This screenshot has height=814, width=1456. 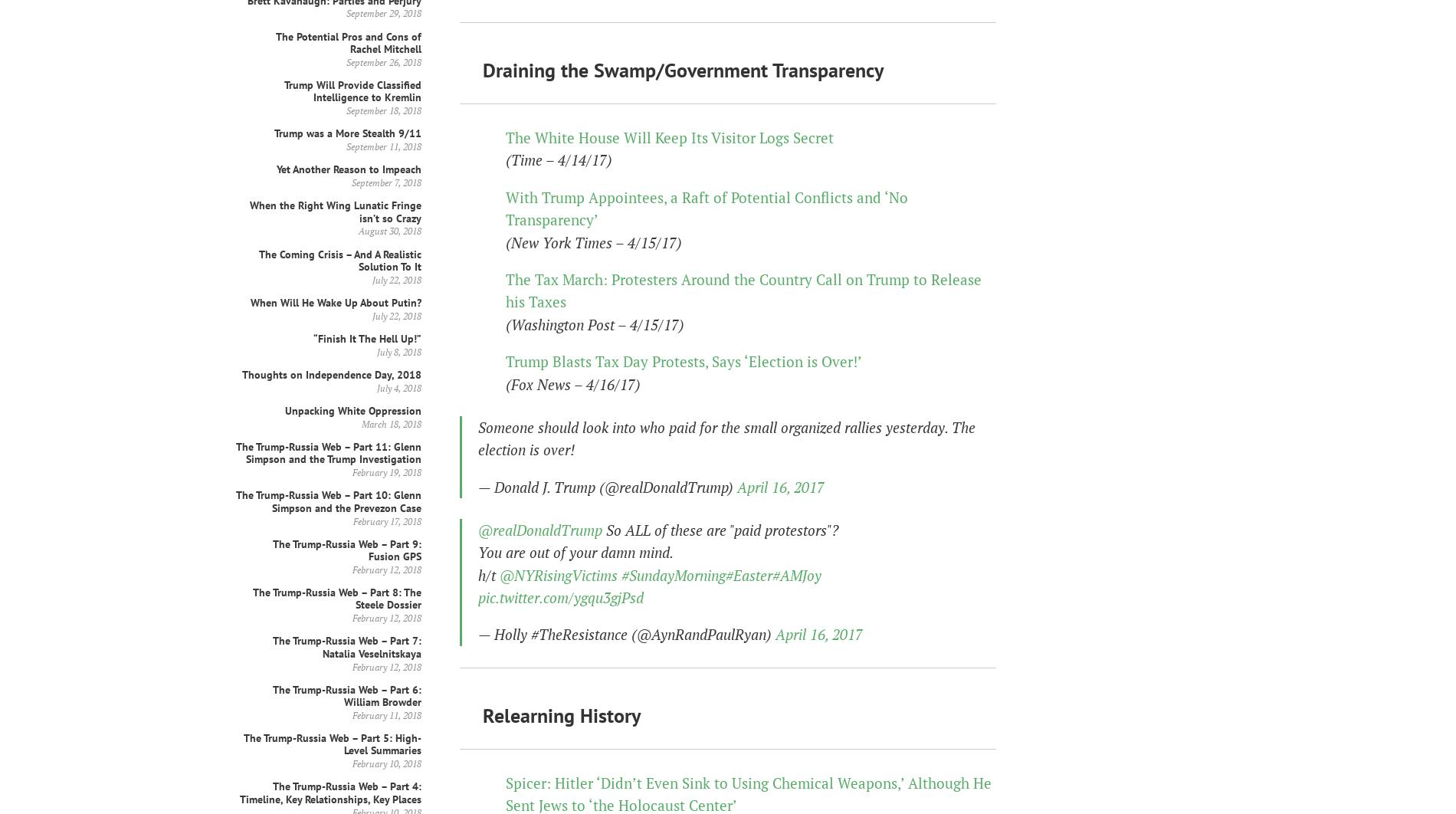 What do you see at coordinates (346, 110) in the screenshot?
I see `'September 18, 2018'` at bounding box center [346, 110].